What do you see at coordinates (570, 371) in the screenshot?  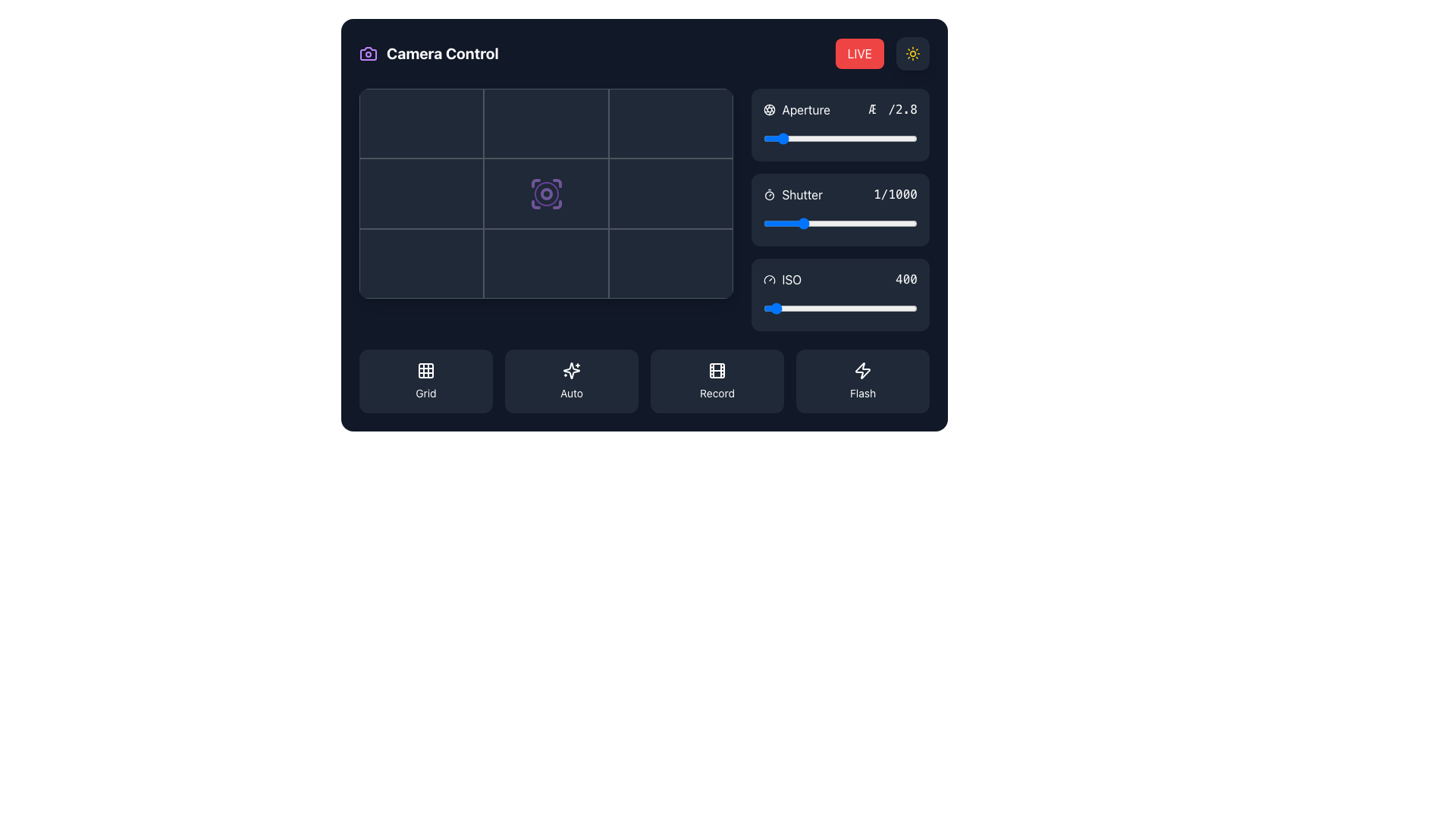 I see `the 'Auto' button represented by the star icon at the bottom center of the interface` at bounding box center [570, 371].